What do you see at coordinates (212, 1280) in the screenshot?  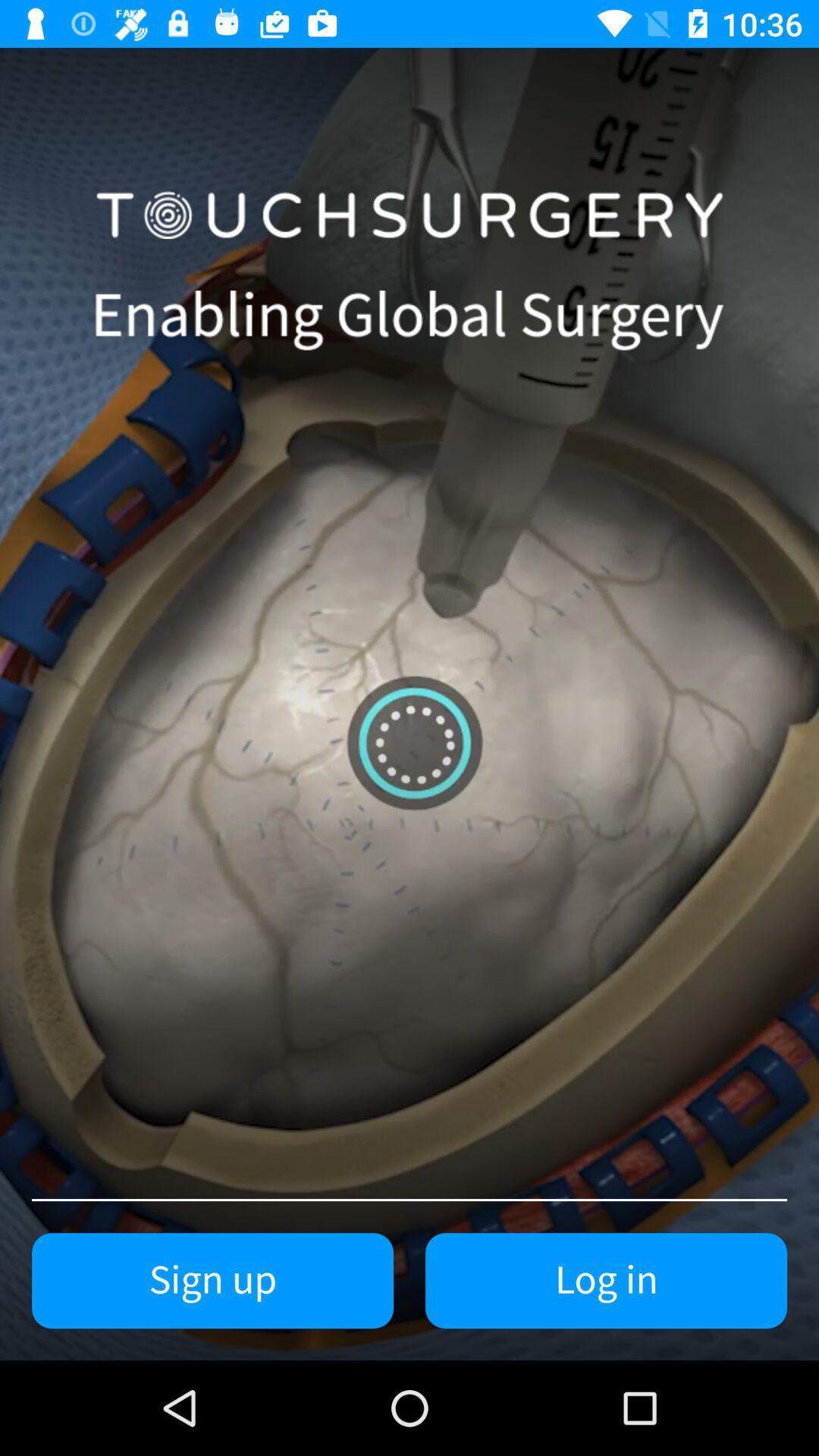 I see `the sign up icon` at bounding box center [212, 1280].